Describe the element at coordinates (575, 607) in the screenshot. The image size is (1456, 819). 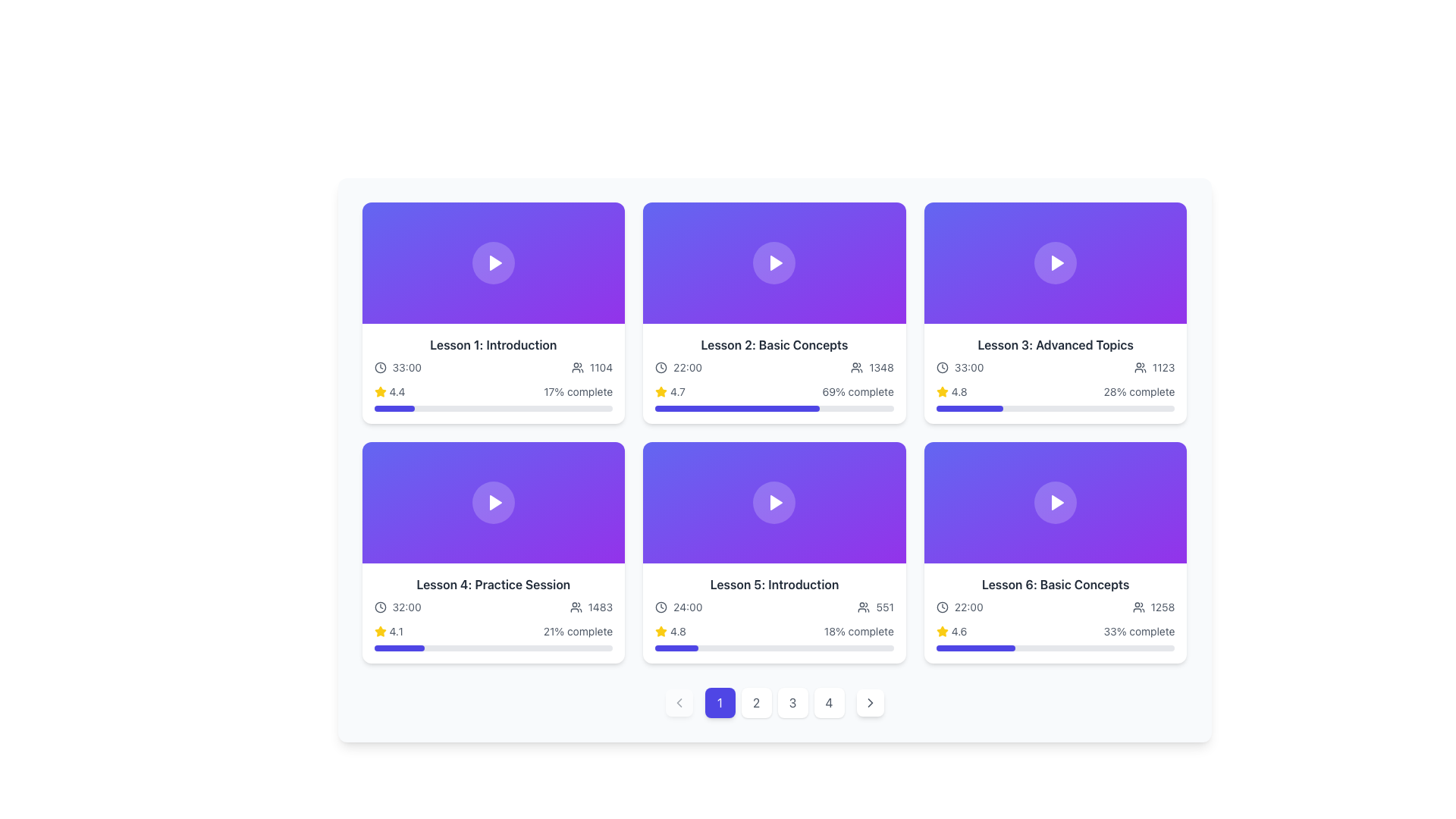
I see `the icon depicting two user figures, which is located to the left of the text '1483' in the fourth card of the grid layout, specifically in the second row and first column` at that location.